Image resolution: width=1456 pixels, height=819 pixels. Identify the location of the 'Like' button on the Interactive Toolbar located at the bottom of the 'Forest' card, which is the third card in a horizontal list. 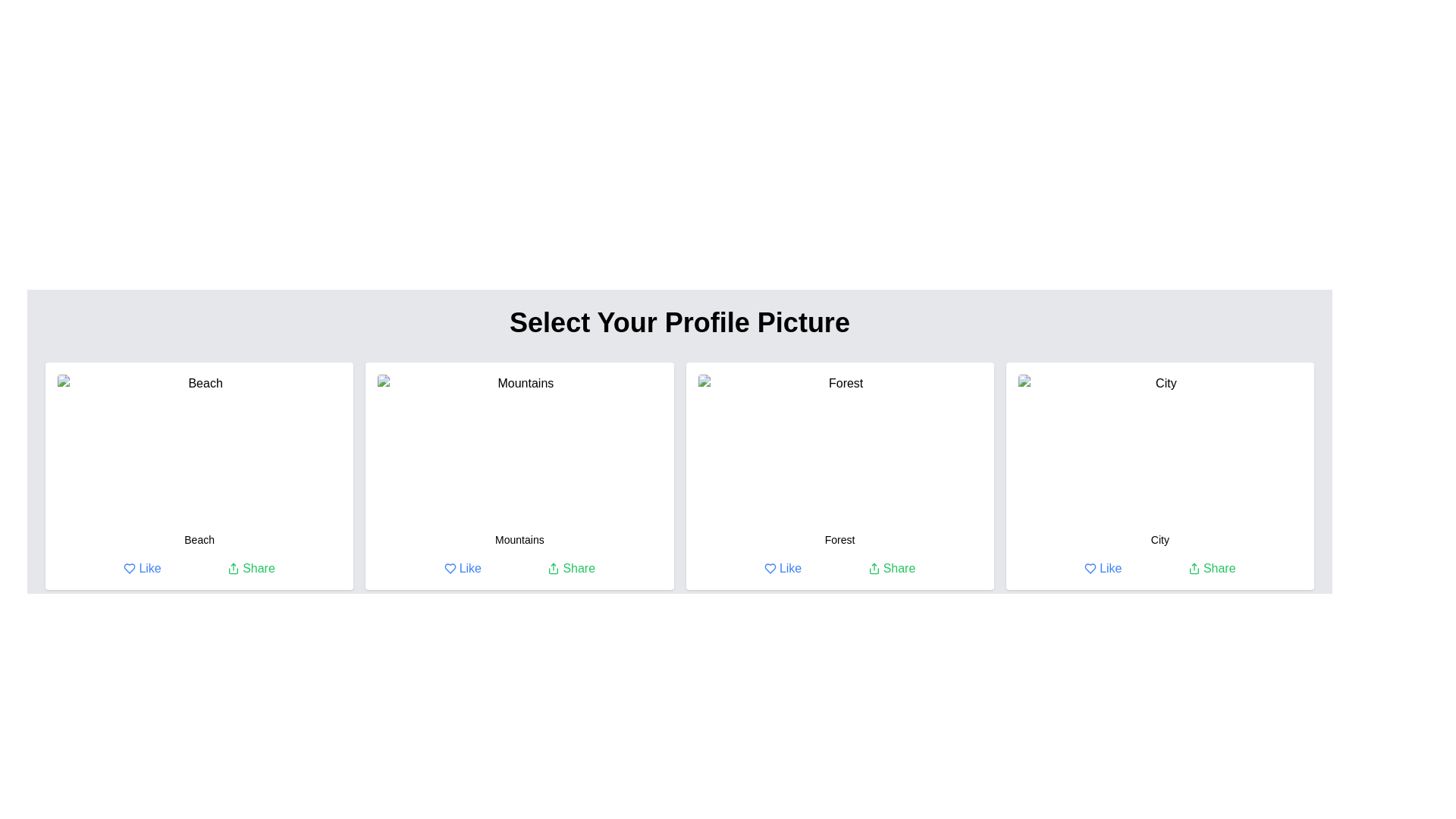
(839, 568).